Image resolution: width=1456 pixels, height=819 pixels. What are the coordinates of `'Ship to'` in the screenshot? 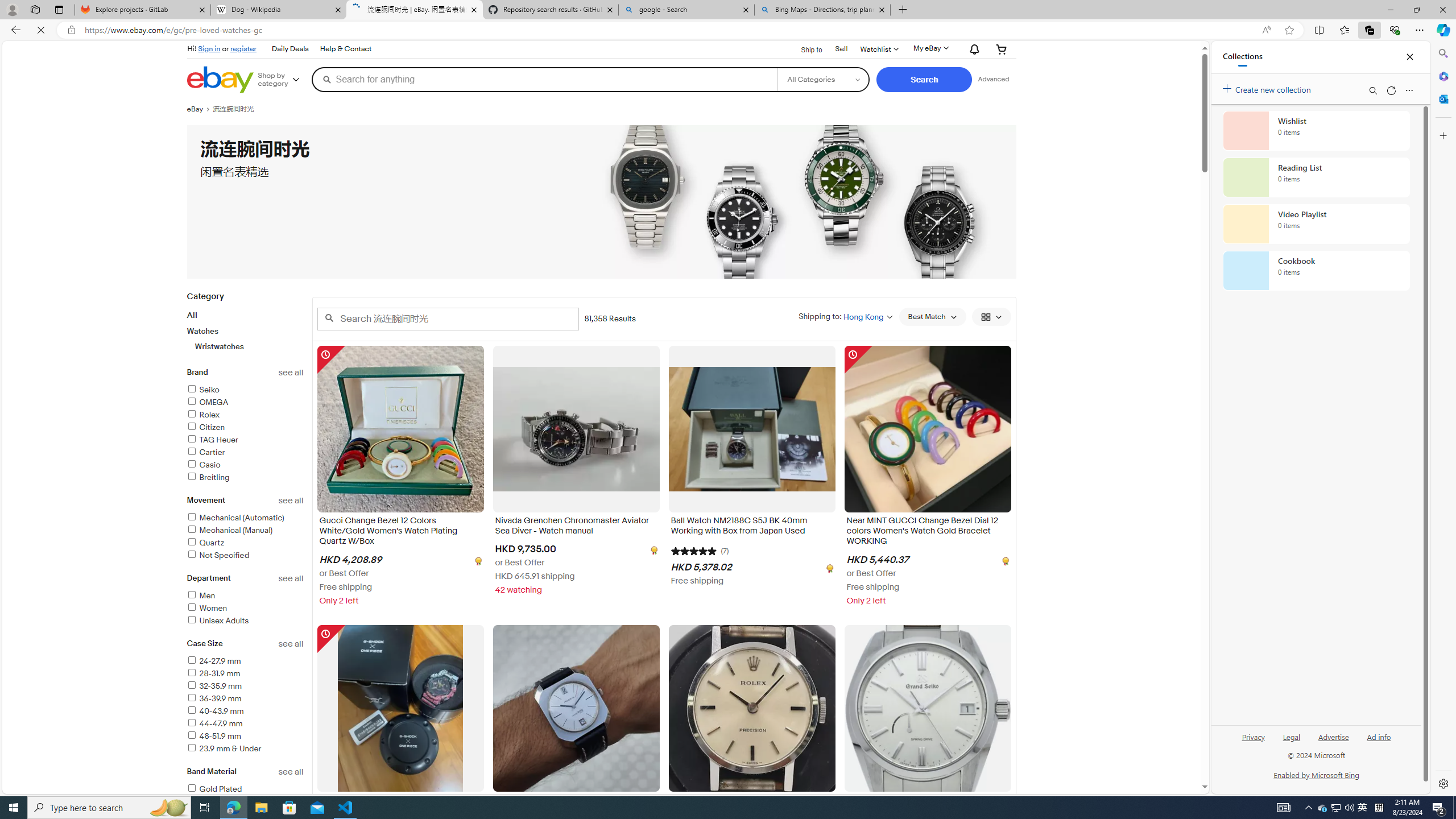 It's located at (804, 48).